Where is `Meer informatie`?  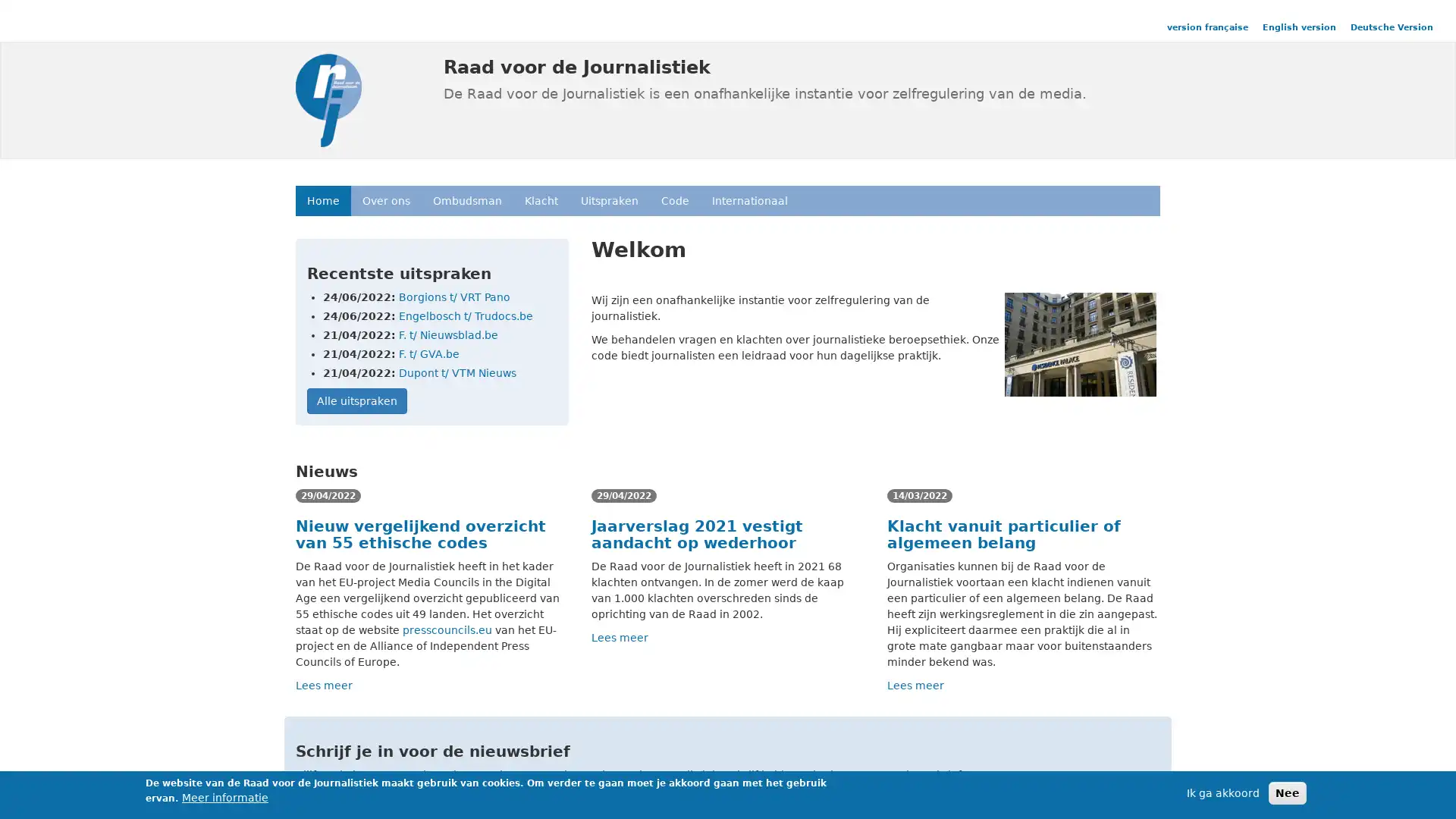
Meer informatie is located at coordinates (224, 797).